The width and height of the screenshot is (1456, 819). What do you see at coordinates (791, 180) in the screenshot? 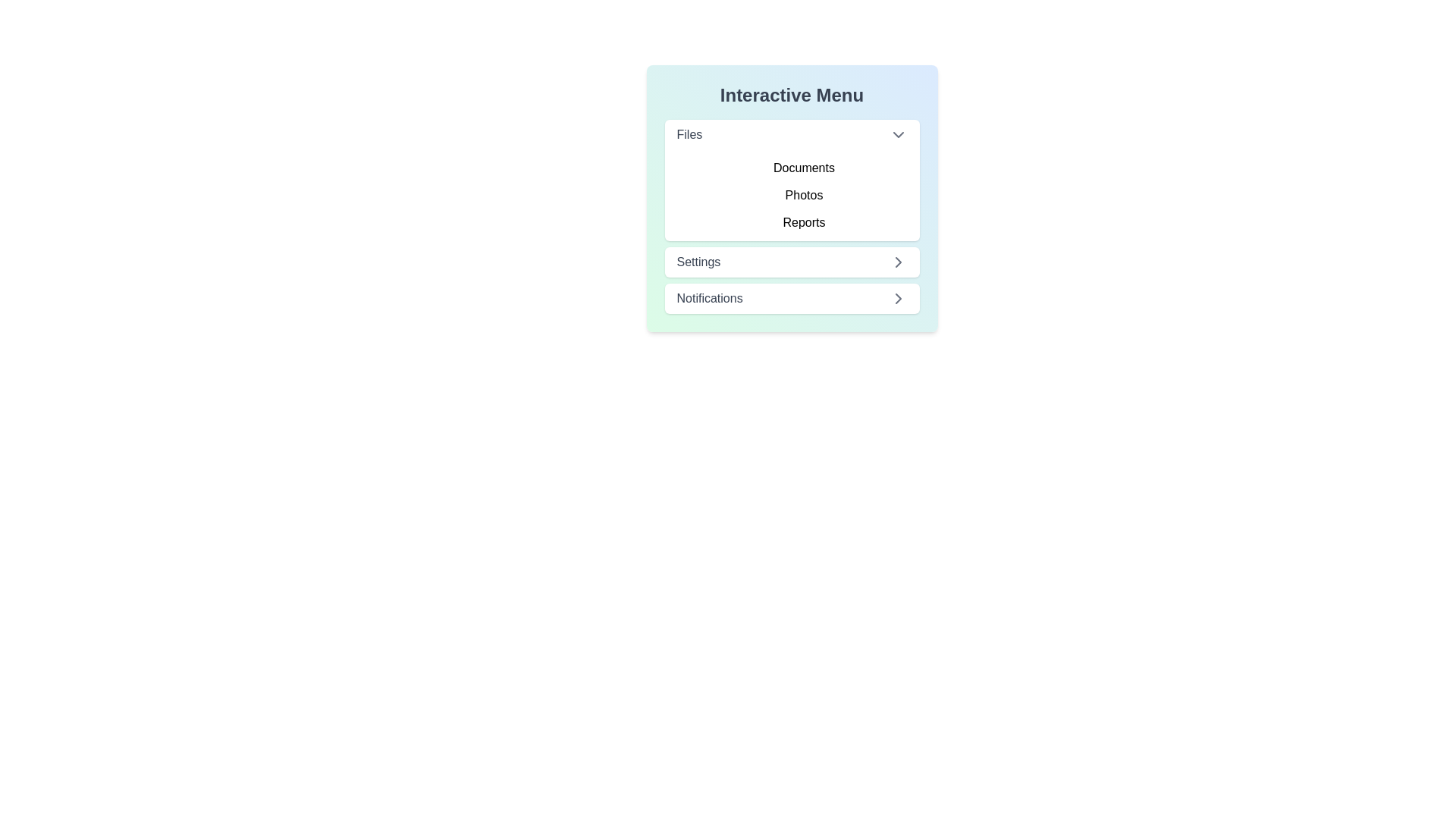
I see `an option in the dropdown menu labeled 'Files' to make a selection from the options 'Documents', 'Photos', or 'Reports'` at bounding box center [791, 180].